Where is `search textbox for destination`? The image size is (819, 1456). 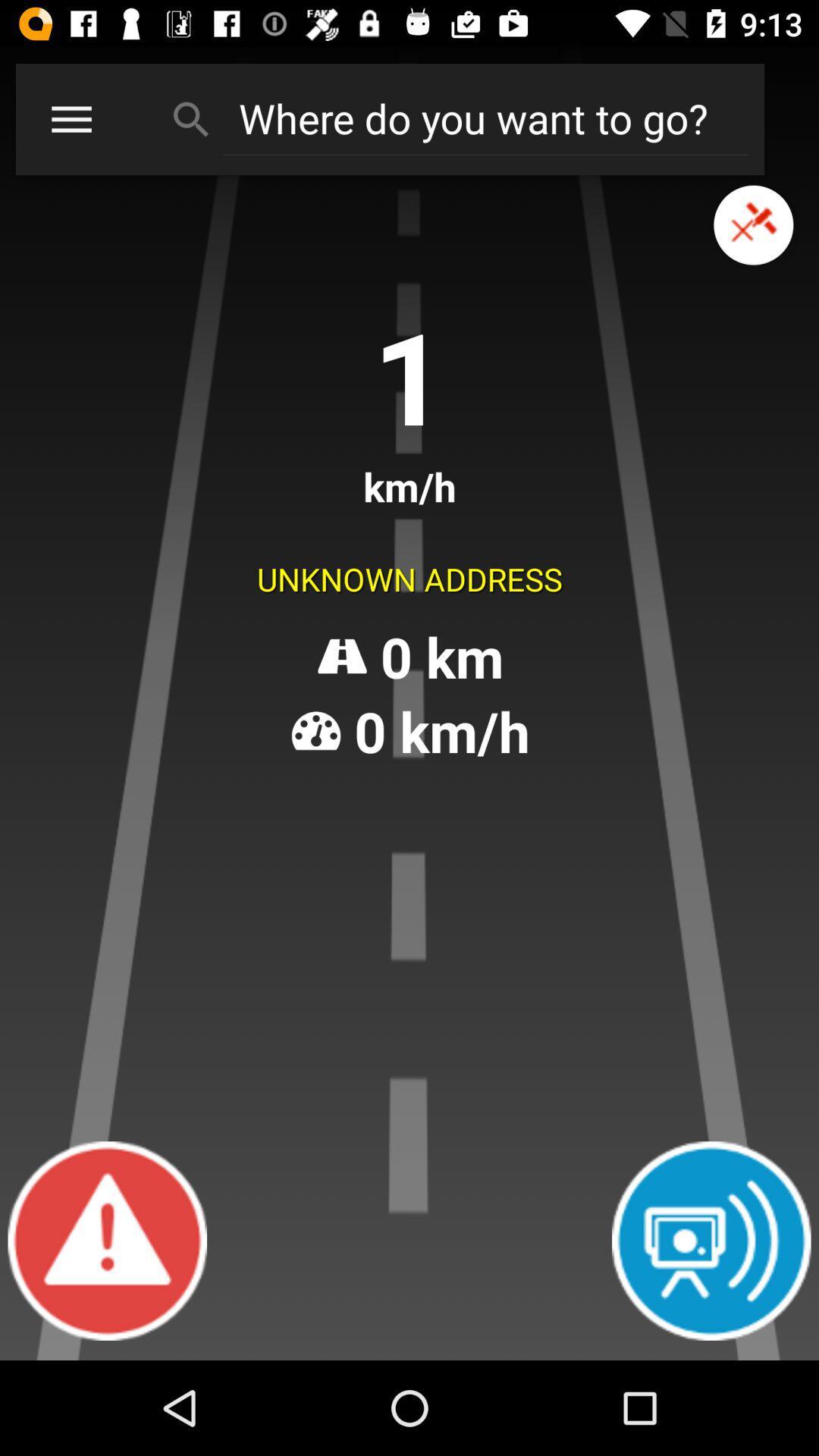
search textbox for destination is located at coordinates (485, 118).